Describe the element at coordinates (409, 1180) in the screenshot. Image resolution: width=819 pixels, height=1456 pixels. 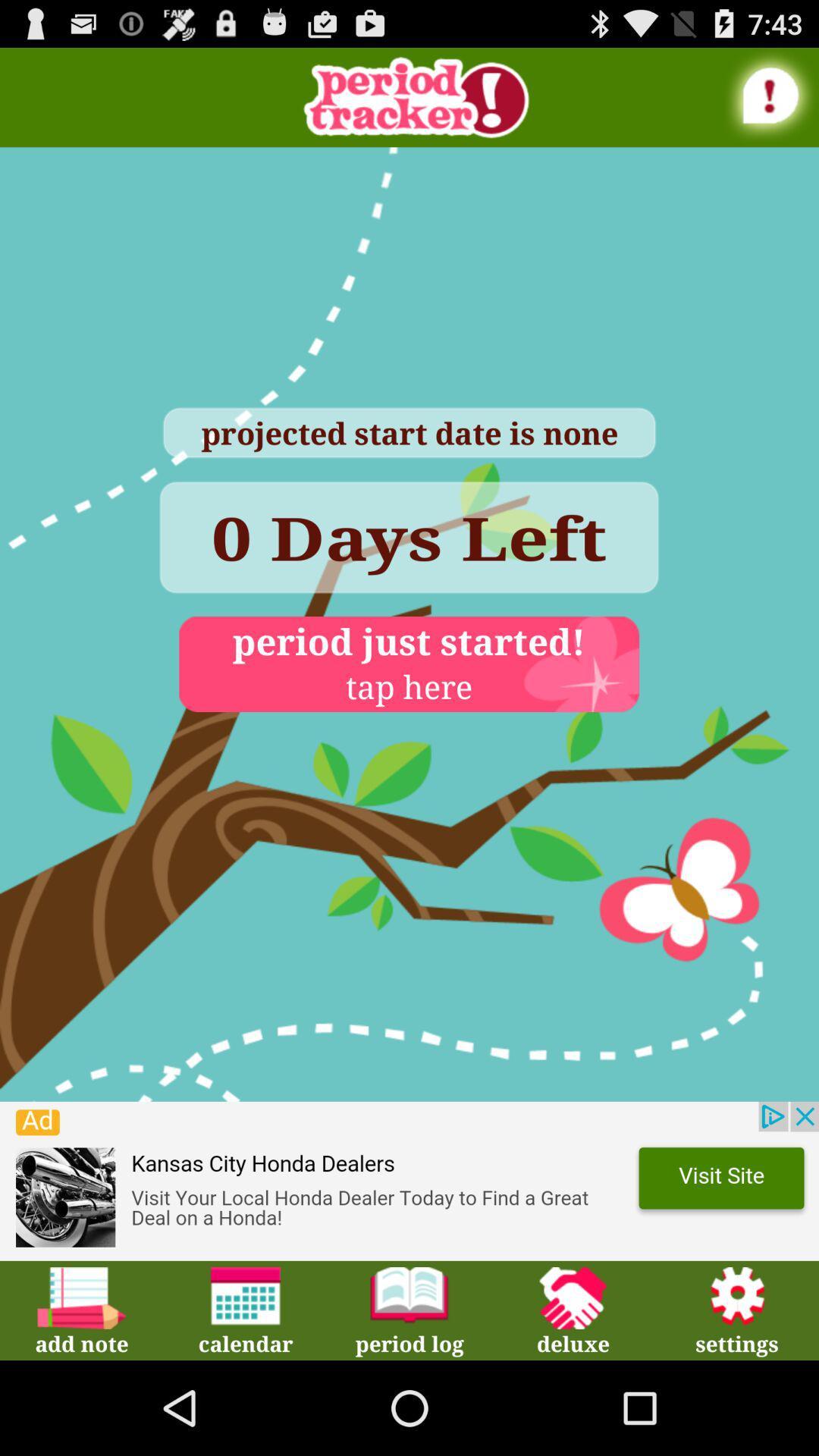
I see `advertisement` at that location.